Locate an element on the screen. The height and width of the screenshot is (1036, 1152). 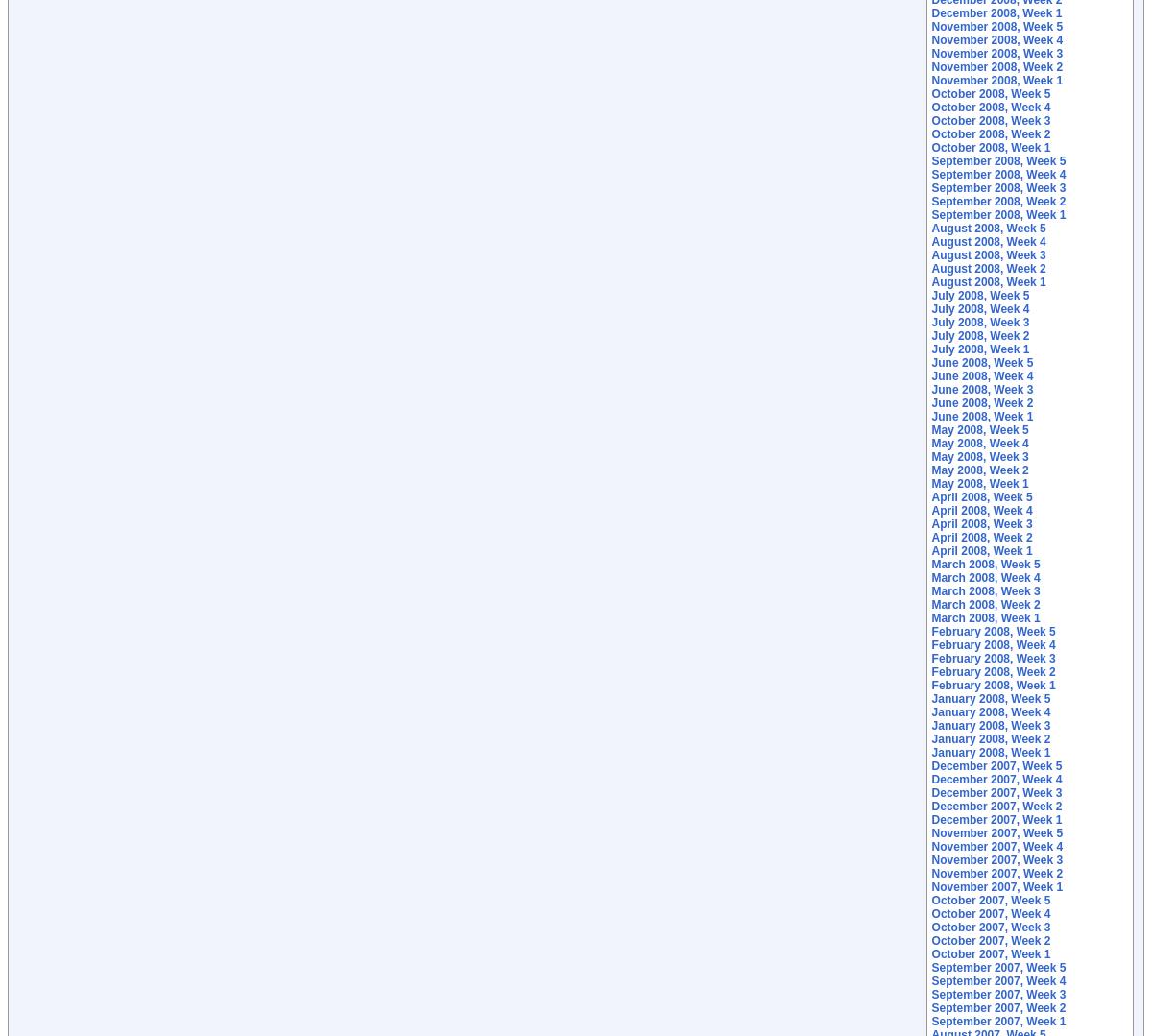
'February 2008, Week 5' is located at coordinates (930, 630).